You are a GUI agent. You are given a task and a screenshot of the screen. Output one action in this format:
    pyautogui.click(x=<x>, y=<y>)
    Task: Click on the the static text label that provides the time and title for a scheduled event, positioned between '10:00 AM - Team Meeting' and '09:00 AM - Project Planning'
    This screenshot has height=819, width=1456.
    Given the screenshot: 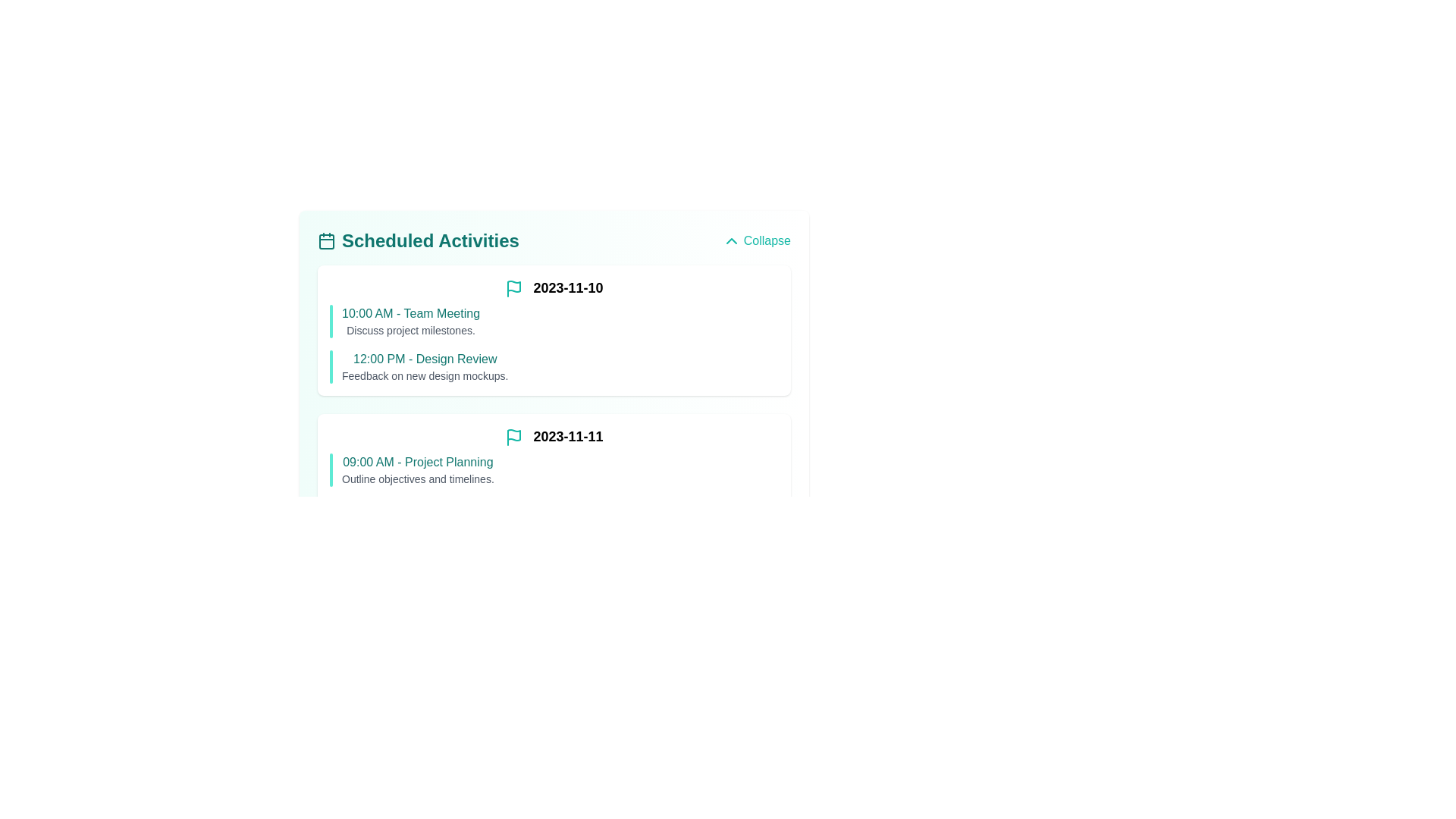 What is the action you would take?
    pyautogui.click(x=425, y=359)
    